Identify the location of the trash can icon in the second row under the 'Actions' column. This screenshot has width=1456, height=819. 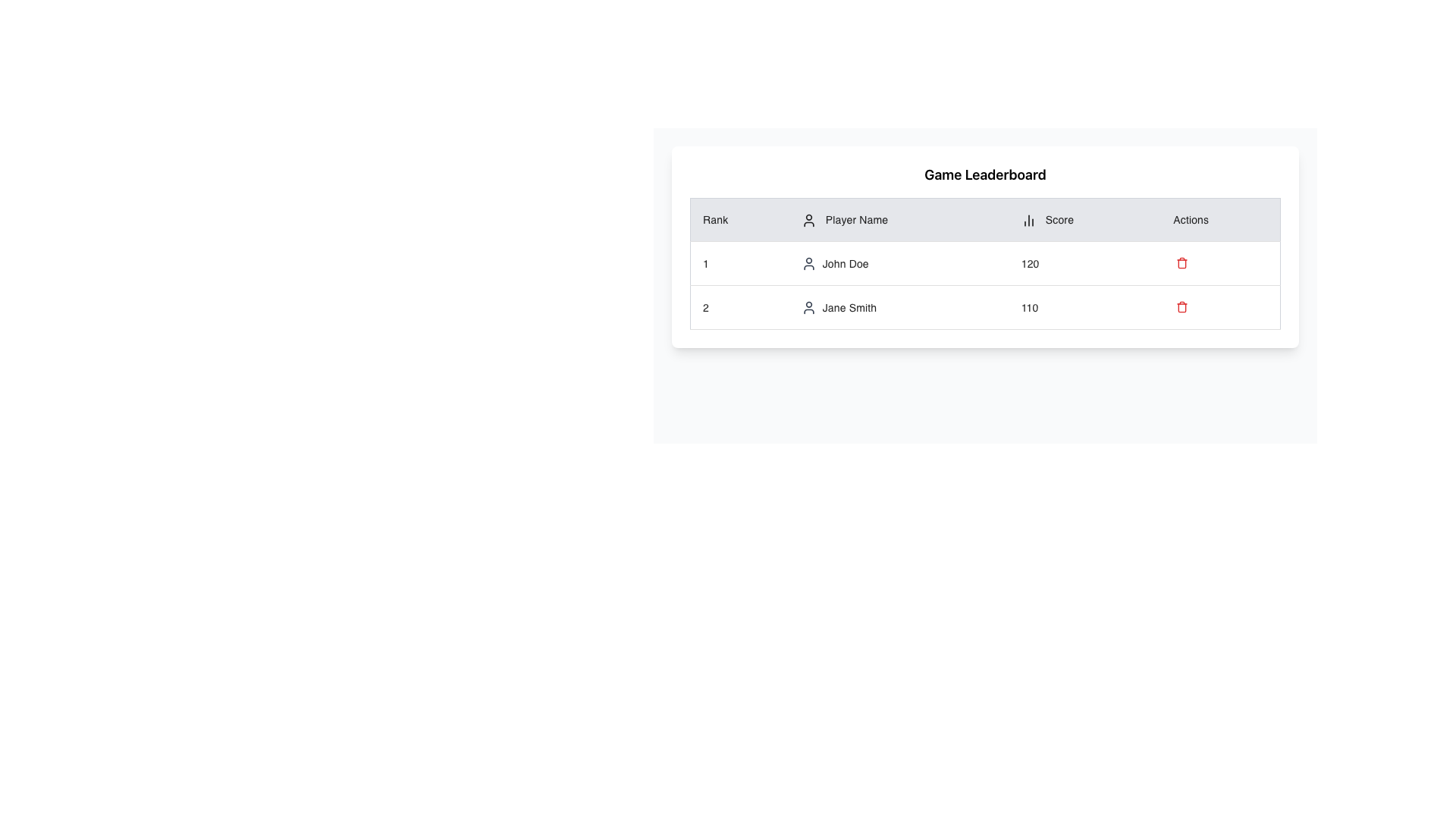
(1181, 307).